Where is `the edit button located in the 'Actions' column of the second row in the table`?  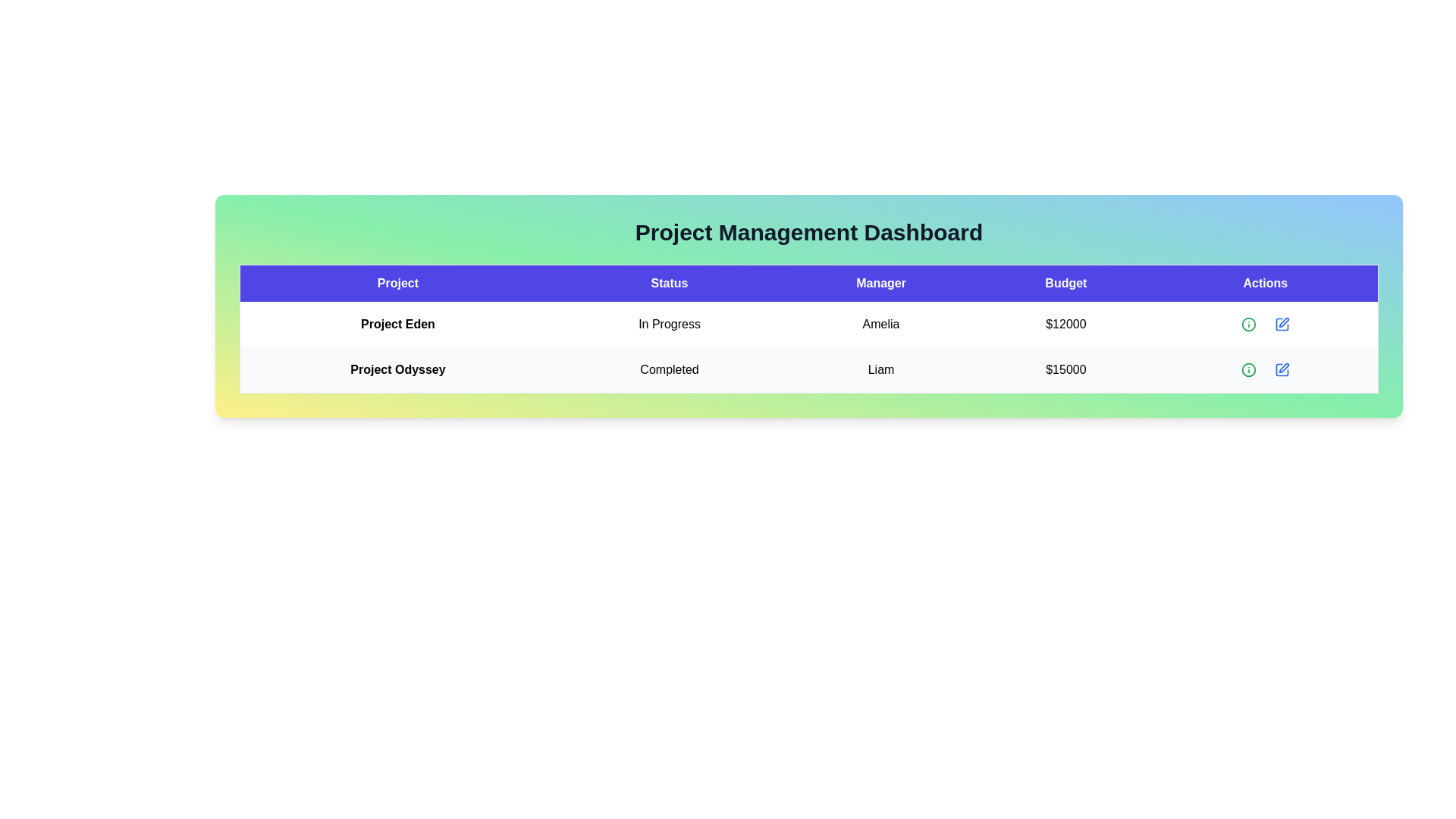 the edit button located in the 'Actions' column of the second row in the table is located at coordinates (1281, 324).